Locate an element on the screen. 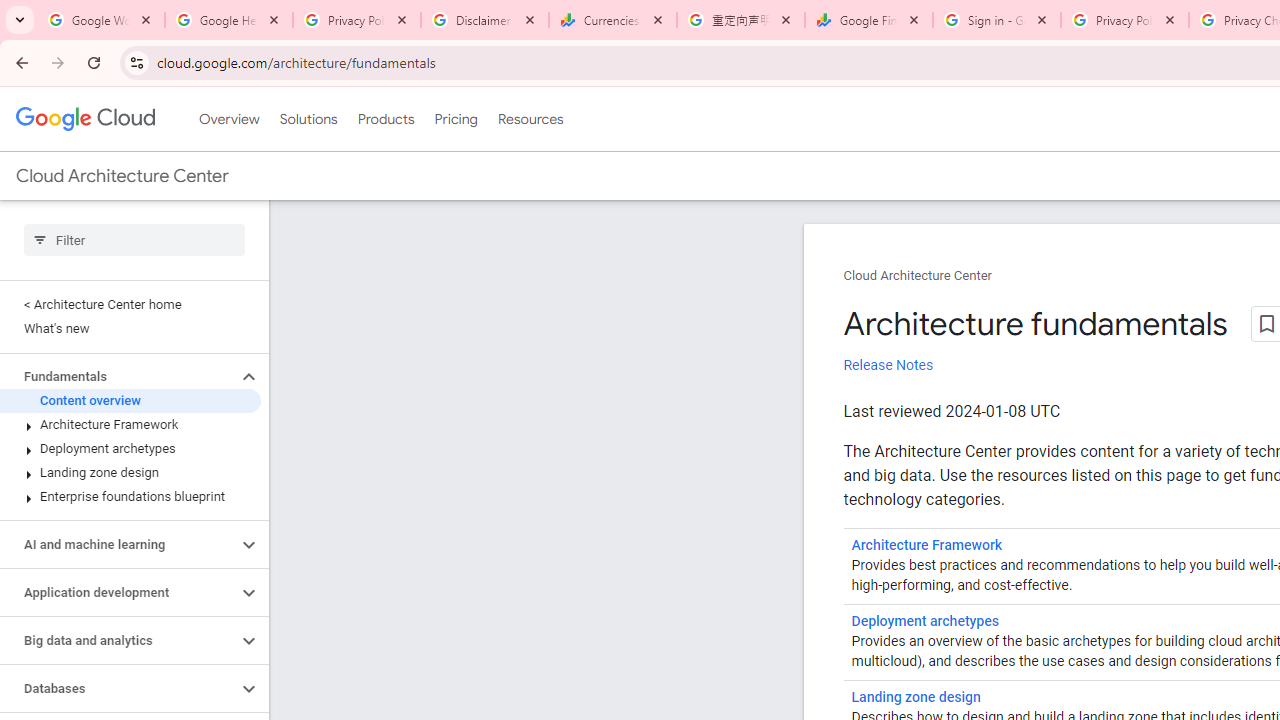  'Fundamentals' is located at coordinates (117, 376).